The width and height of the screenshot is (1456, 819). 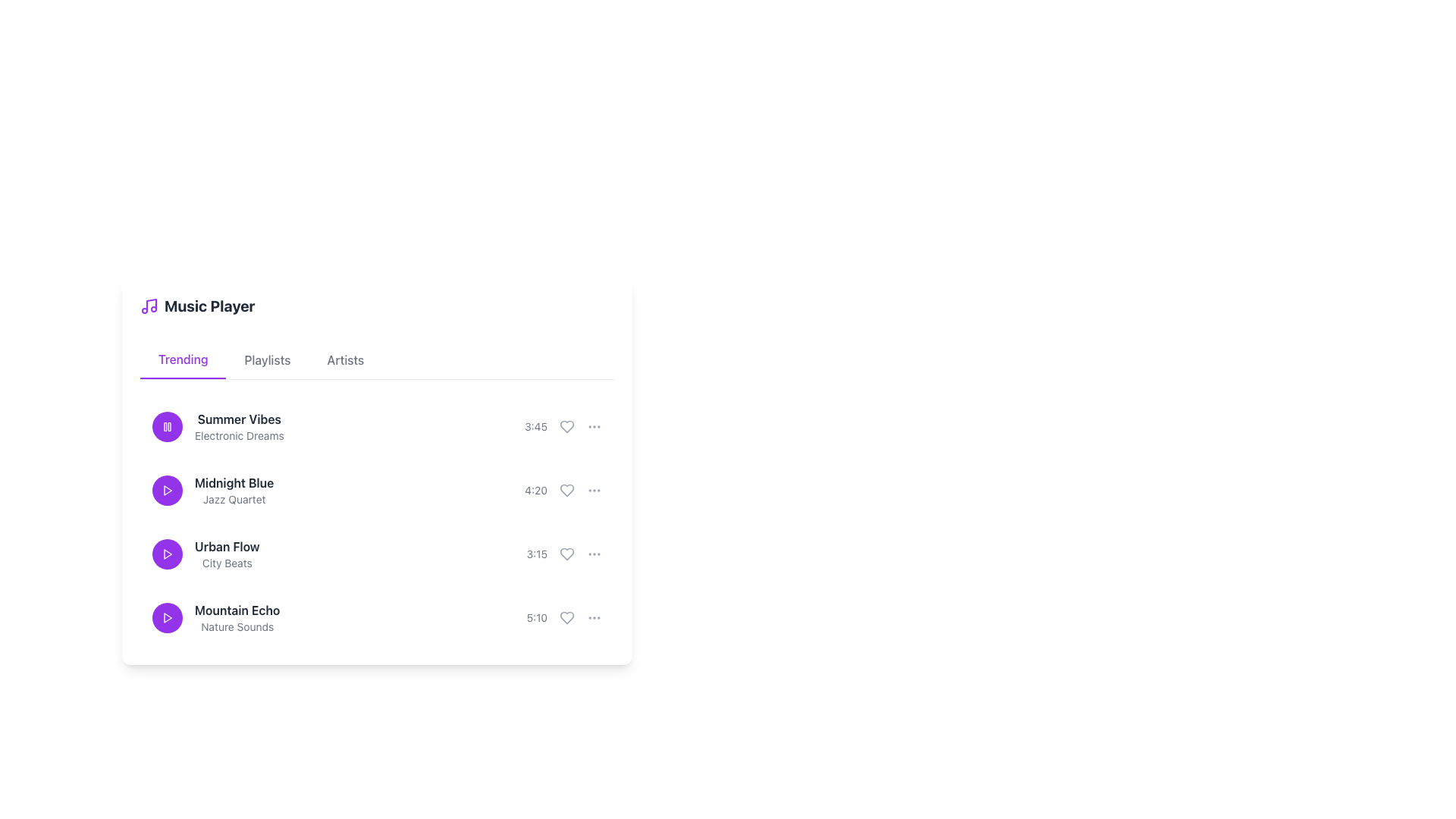 What do you see at coordinates (149, 306) in the screenshot?
I see `the purple music note icon located to the left of the 'Music Player' text in the header section of the interface` at bounding box center [149, 306].